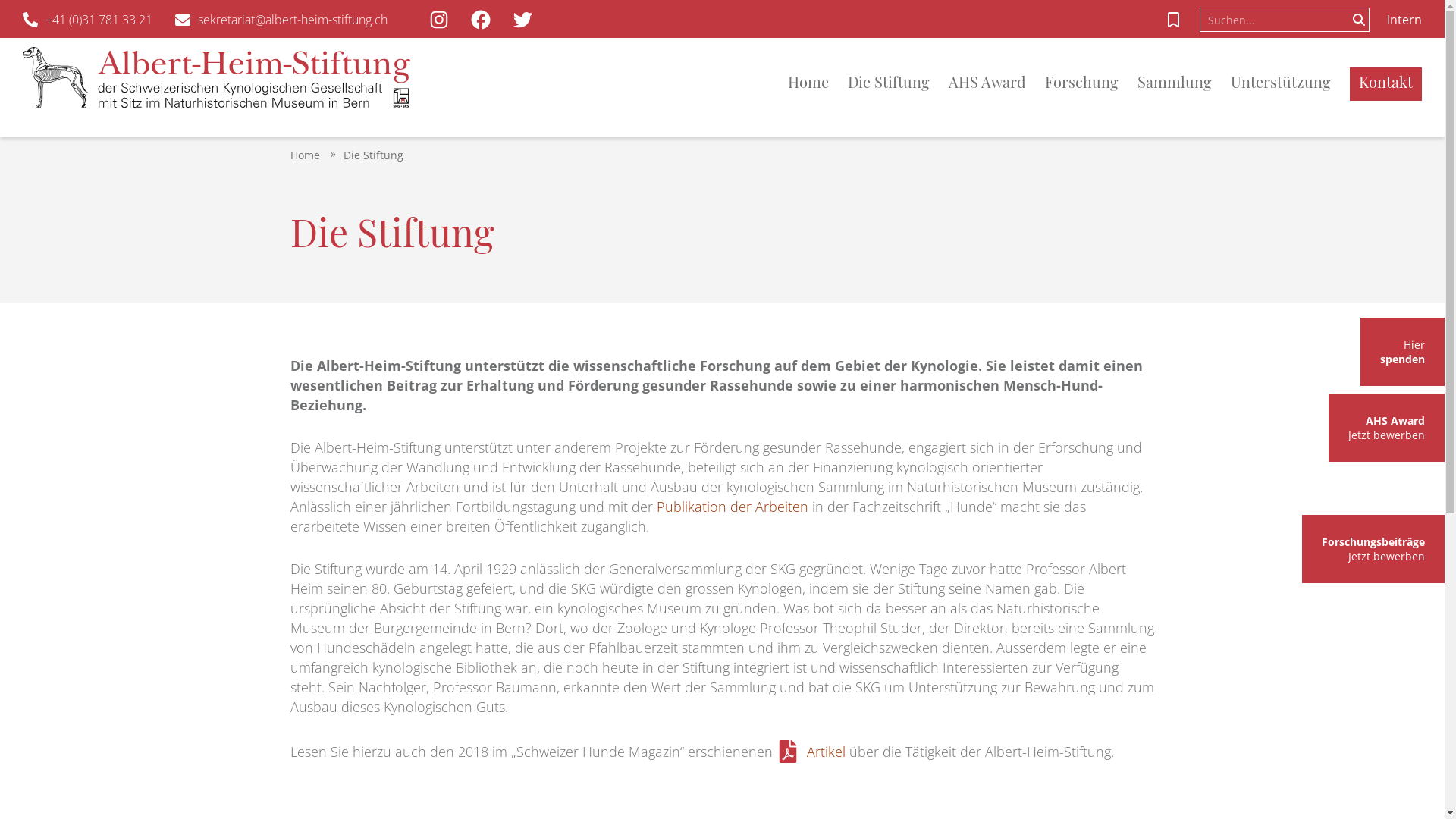  I want to click on 'Hier, so click(1401, 351).